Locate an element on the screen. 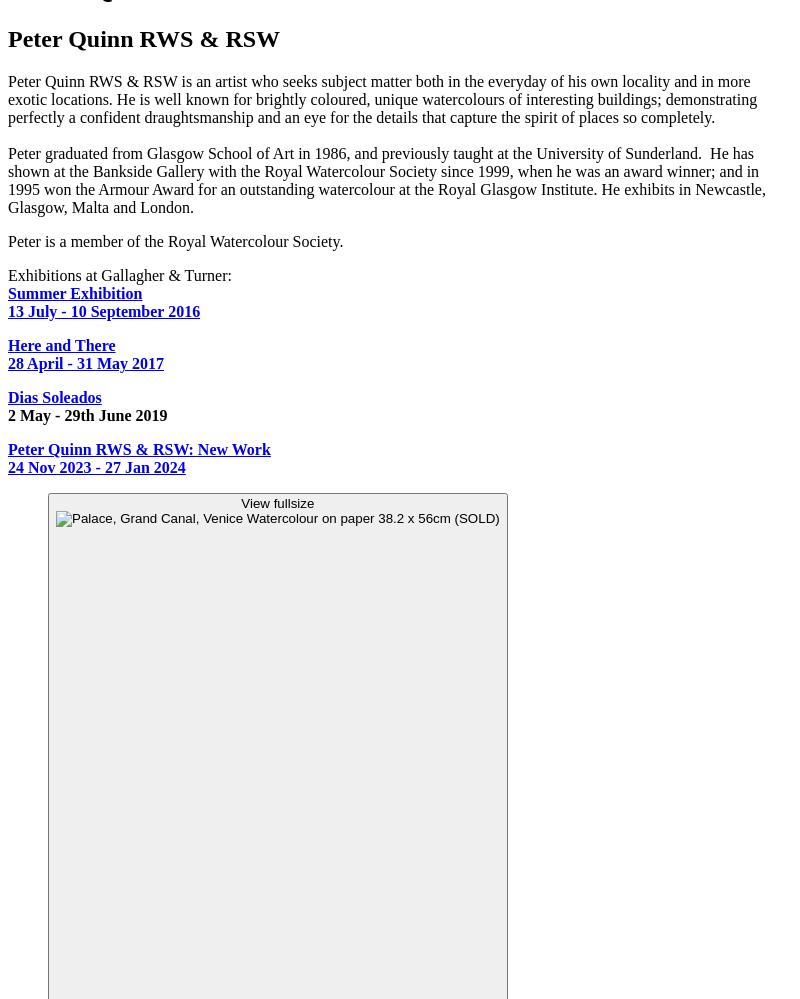 Image resolution: width=800 pixels, height=999 pixels. '2 May - 29th June 2019' is located at coordinates (87, 414).